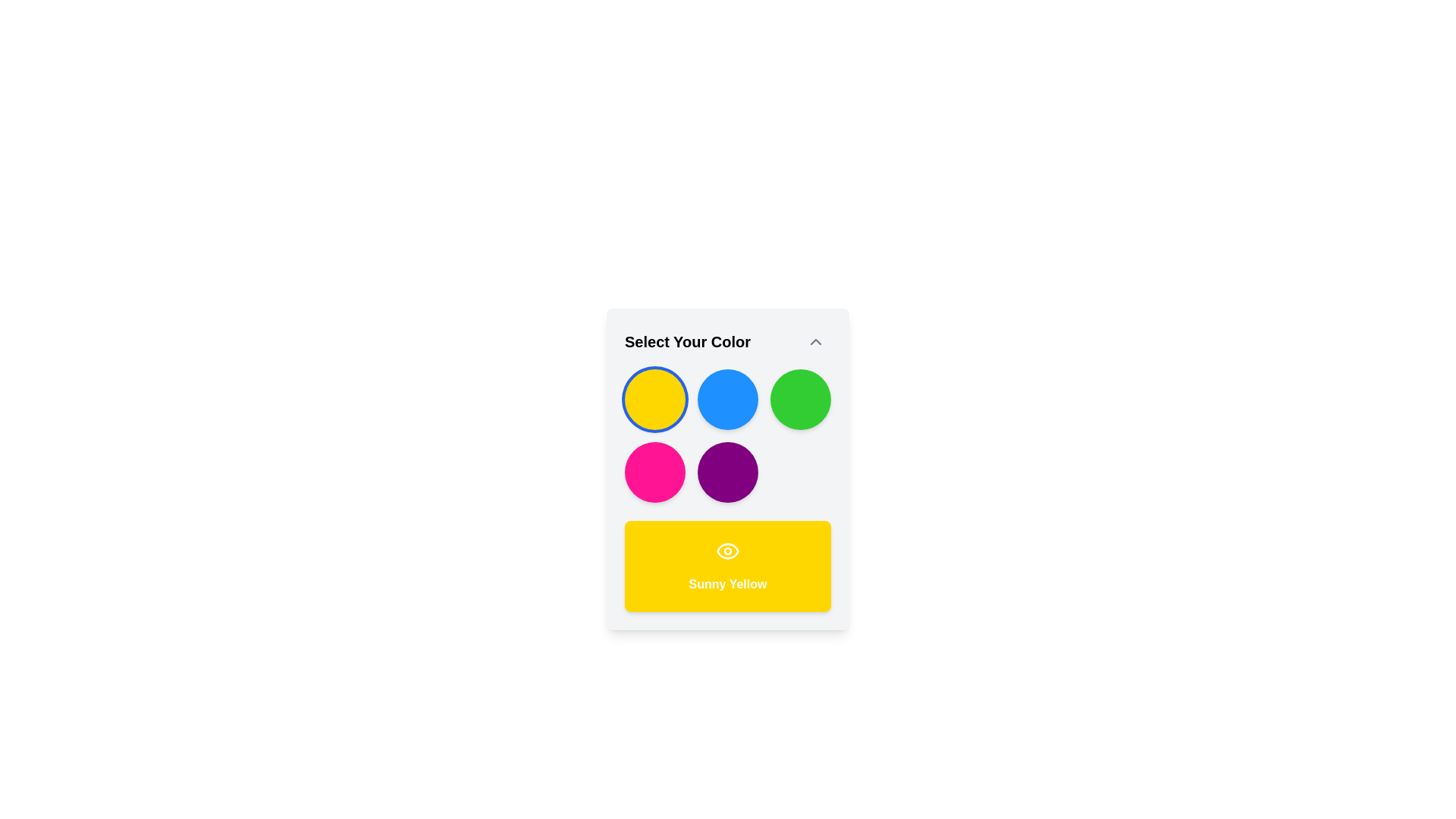  What do you see at coordinates (814, 342) in the screenshot?
I see `the interactive button located to the far right of the heading text 'Select Your Color'` at bounding box center [814, 342].